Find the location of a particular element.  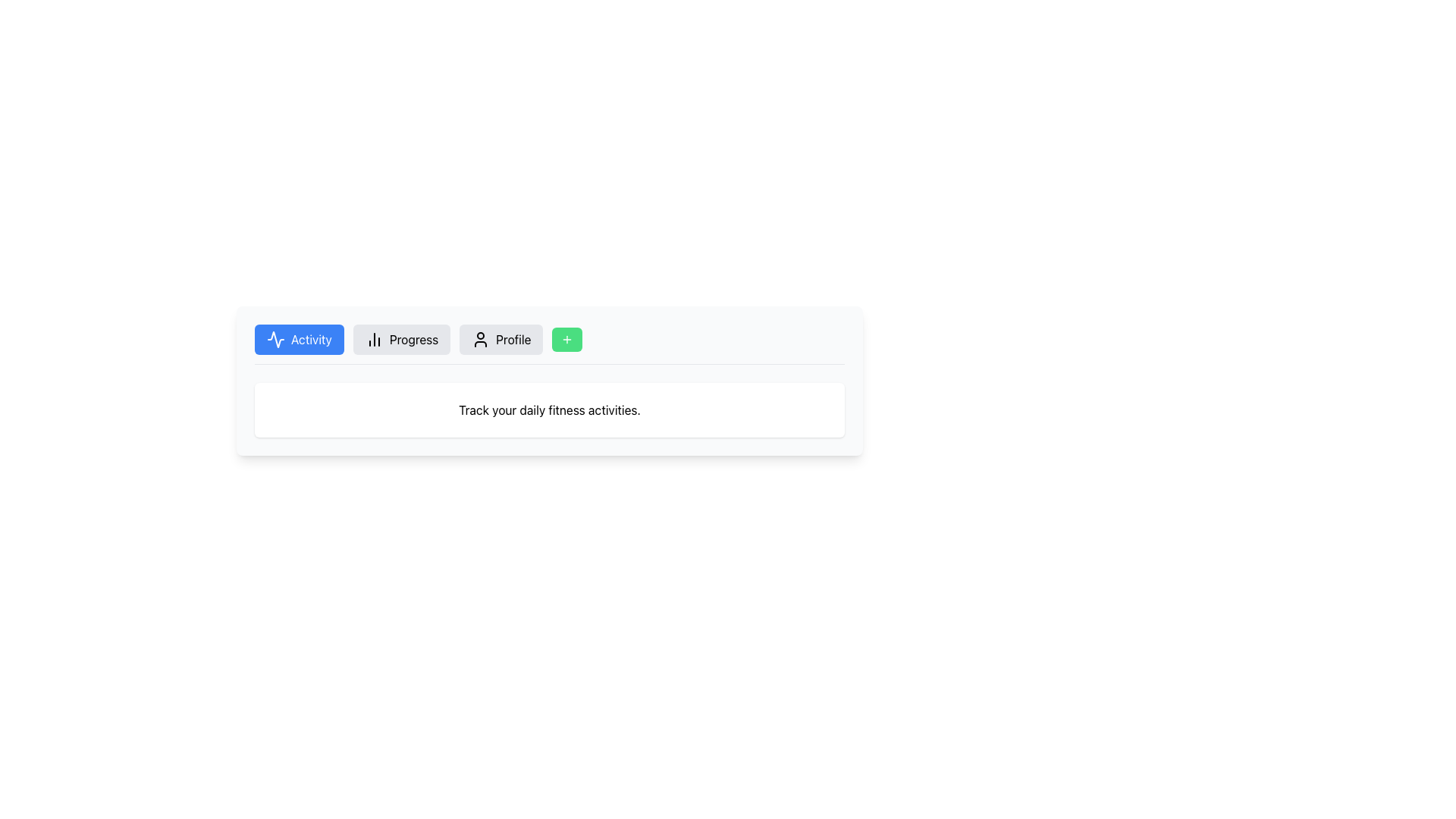

the text block element that contains the message 'Track your daily fitness activities.' which is located beneath the buttons 'Activity', 'Progress', and 'Profile' is located at coordinates (548, 409).